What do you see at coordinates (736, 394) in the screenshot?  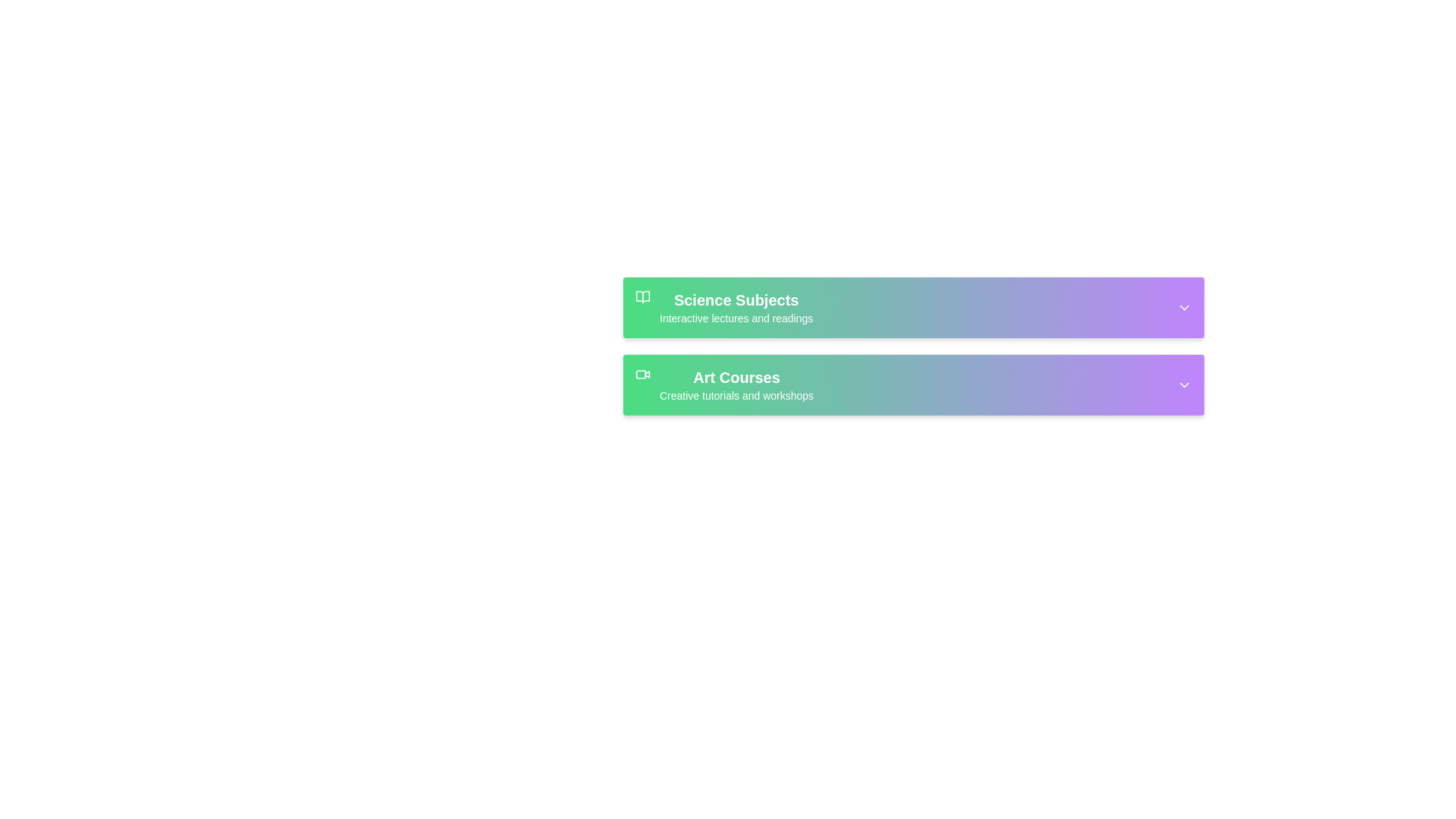 I see `information from the text block located directly underneath the 'Art Courses' title, which provides a descriptive subtitle or additional information about the section` at bounding box center [736, 394].